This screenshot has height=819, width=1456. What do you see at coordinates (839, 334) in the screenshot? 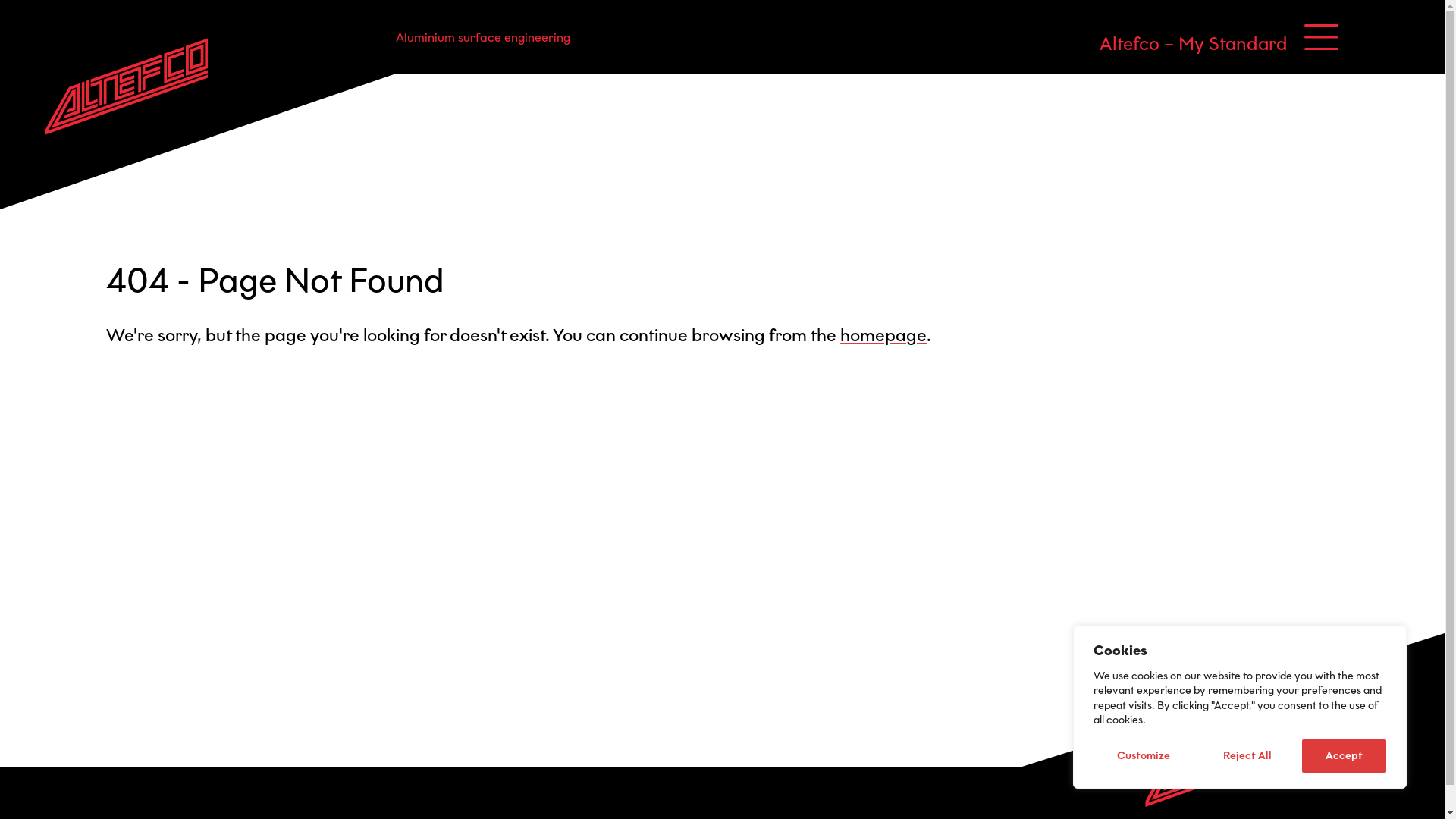
I see `'homepage'` at bounding box center [839, 334].